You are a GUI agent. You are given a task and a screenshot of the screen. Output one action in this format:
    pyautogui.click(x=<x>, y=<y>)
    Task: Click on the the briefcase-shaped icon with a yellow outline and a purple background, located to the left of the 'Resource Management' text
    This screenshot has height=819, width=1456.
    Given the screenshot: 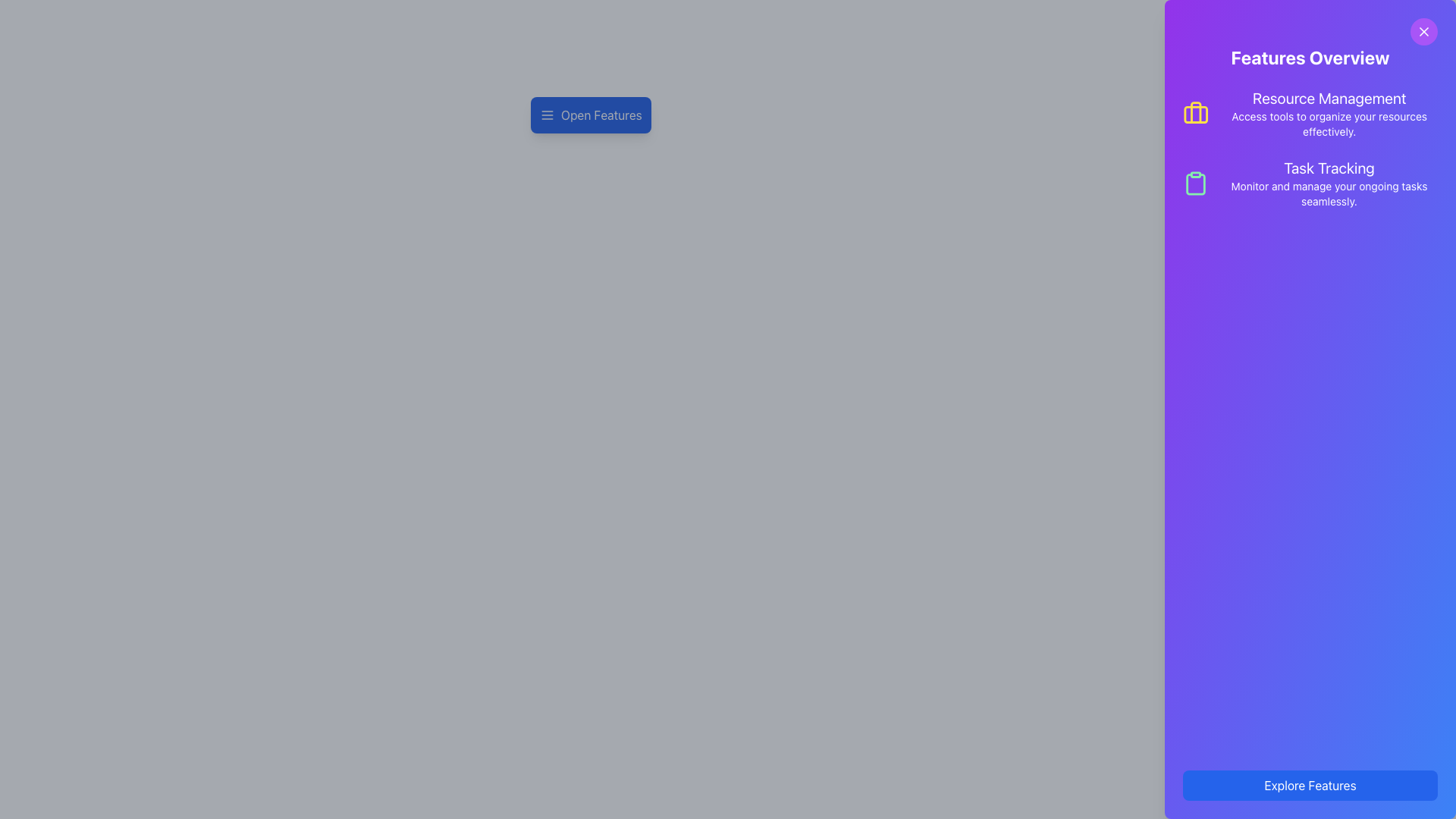 What is the action you would take?
    pyautogui.click(x=1195, y=113)
    